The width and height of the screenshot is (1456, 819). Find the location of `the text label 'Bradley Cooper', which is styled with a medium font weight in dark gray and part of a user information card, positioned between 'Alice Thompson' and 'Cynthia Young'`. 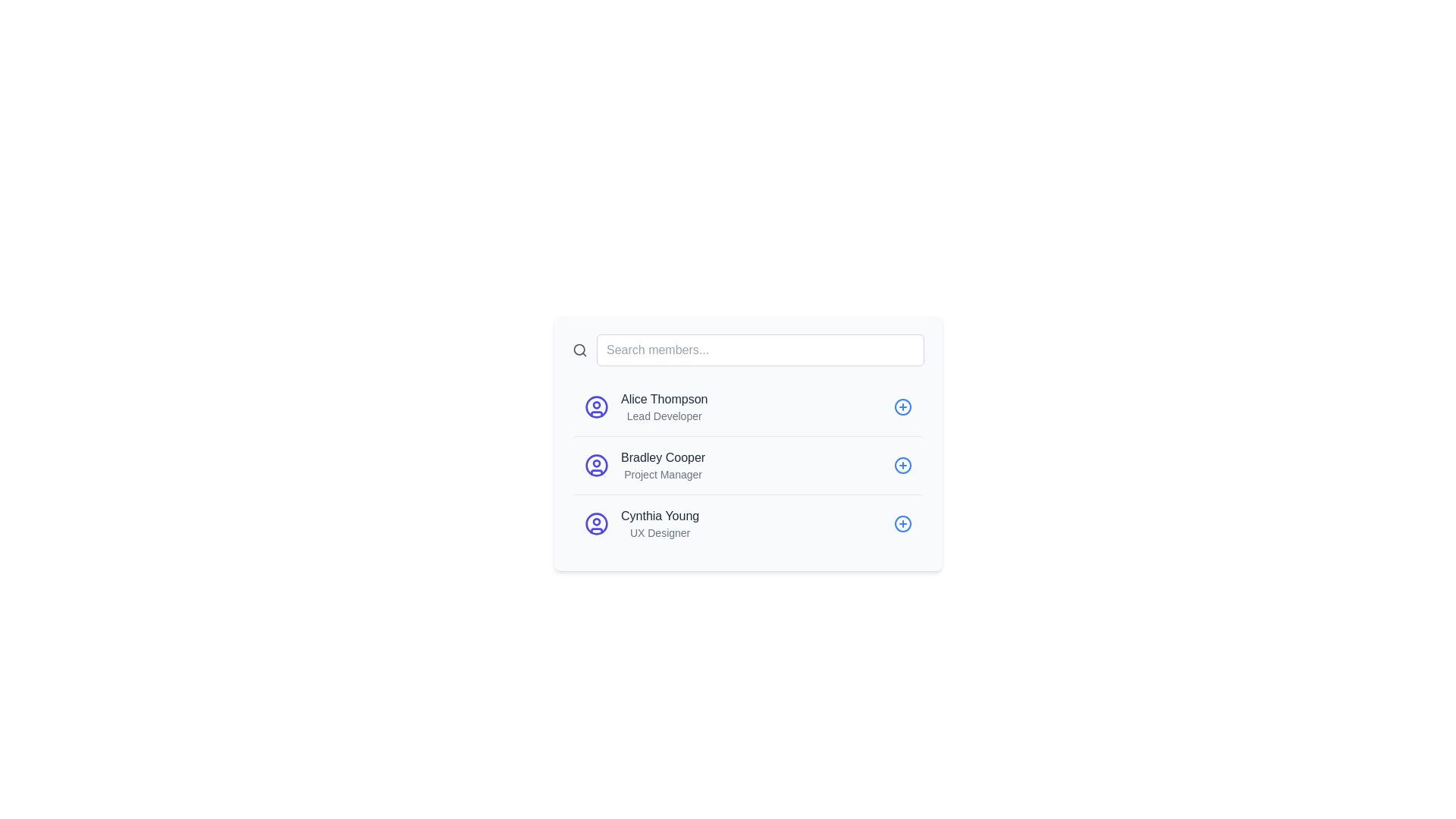

the text label 'Bradley Cooper', which is styled with a medium font weight in dark gray and part of a user information card, positioned between 'Alice Thompson' and 'Cynthia Young' is located at coordinates (663, 457).